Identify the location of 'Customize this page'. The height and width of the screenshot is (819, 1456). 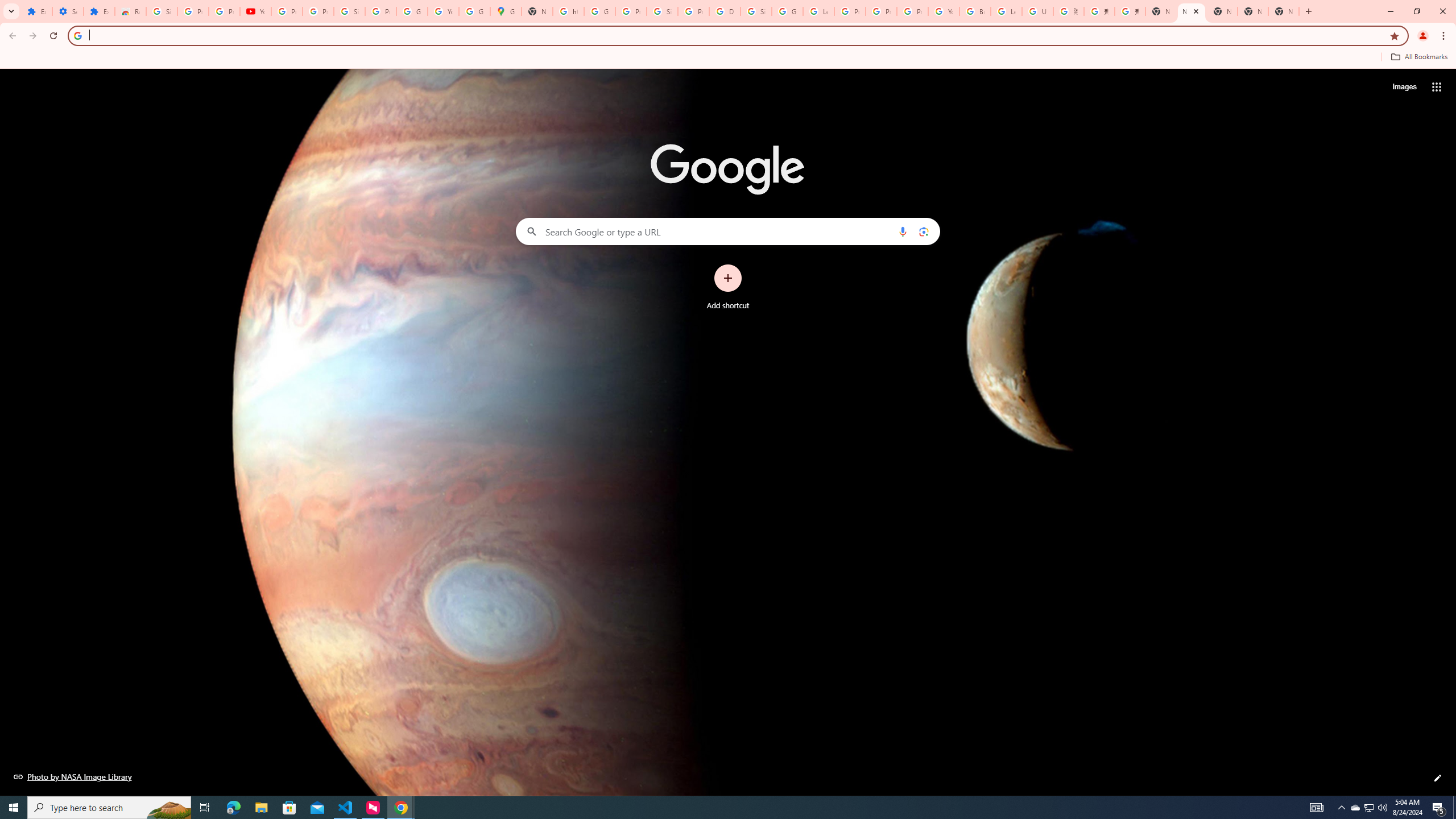
(1437, 777).